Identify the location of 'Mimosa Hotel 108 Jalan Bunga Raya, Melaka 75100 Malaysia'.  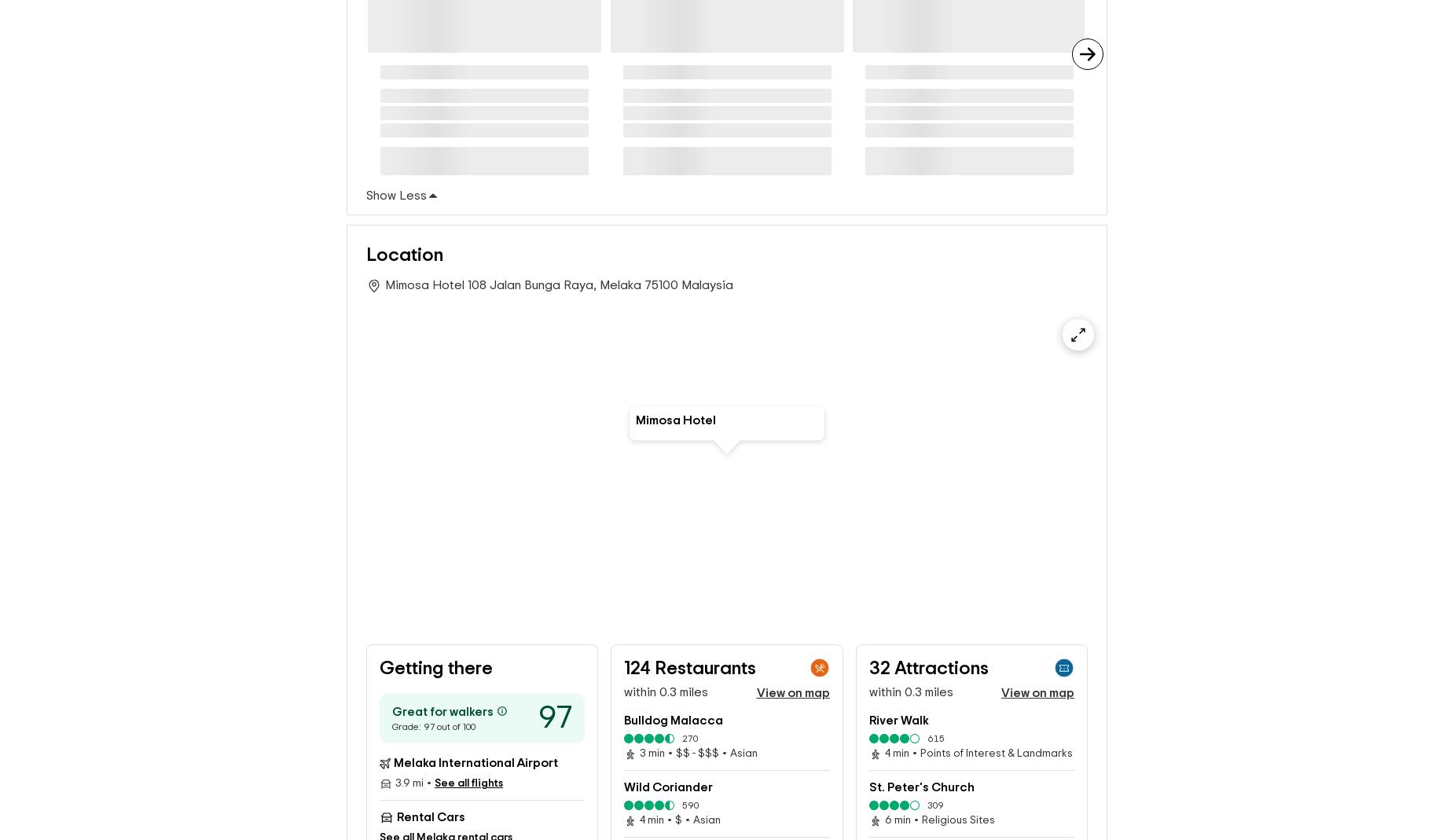
(559, 285).